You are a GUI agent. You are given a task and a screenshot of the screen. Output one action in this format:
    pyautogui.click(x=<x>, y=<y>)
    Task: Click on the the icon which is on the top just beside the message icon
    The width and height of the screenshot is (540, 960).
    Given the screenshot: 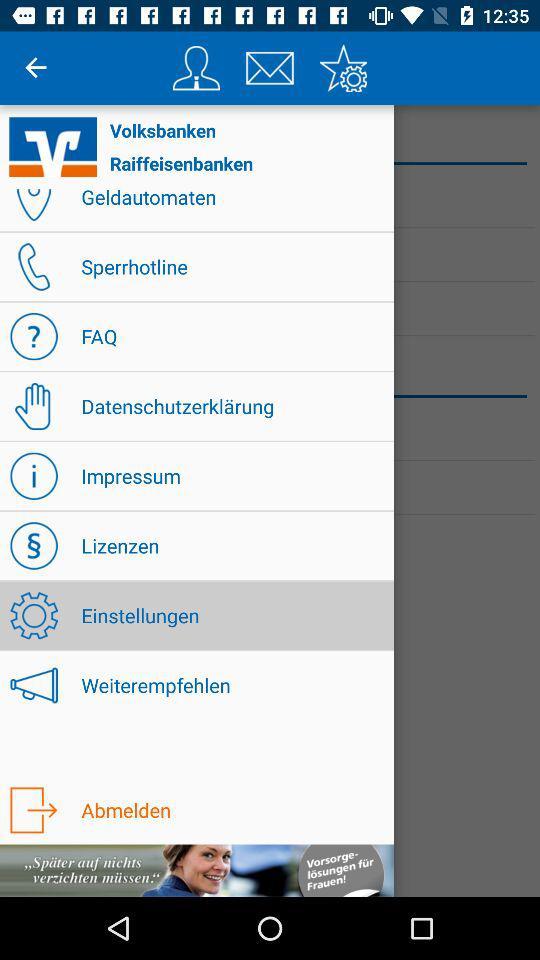 What is the action you would take?
    pyautogui.click(x=196, y=68)
    